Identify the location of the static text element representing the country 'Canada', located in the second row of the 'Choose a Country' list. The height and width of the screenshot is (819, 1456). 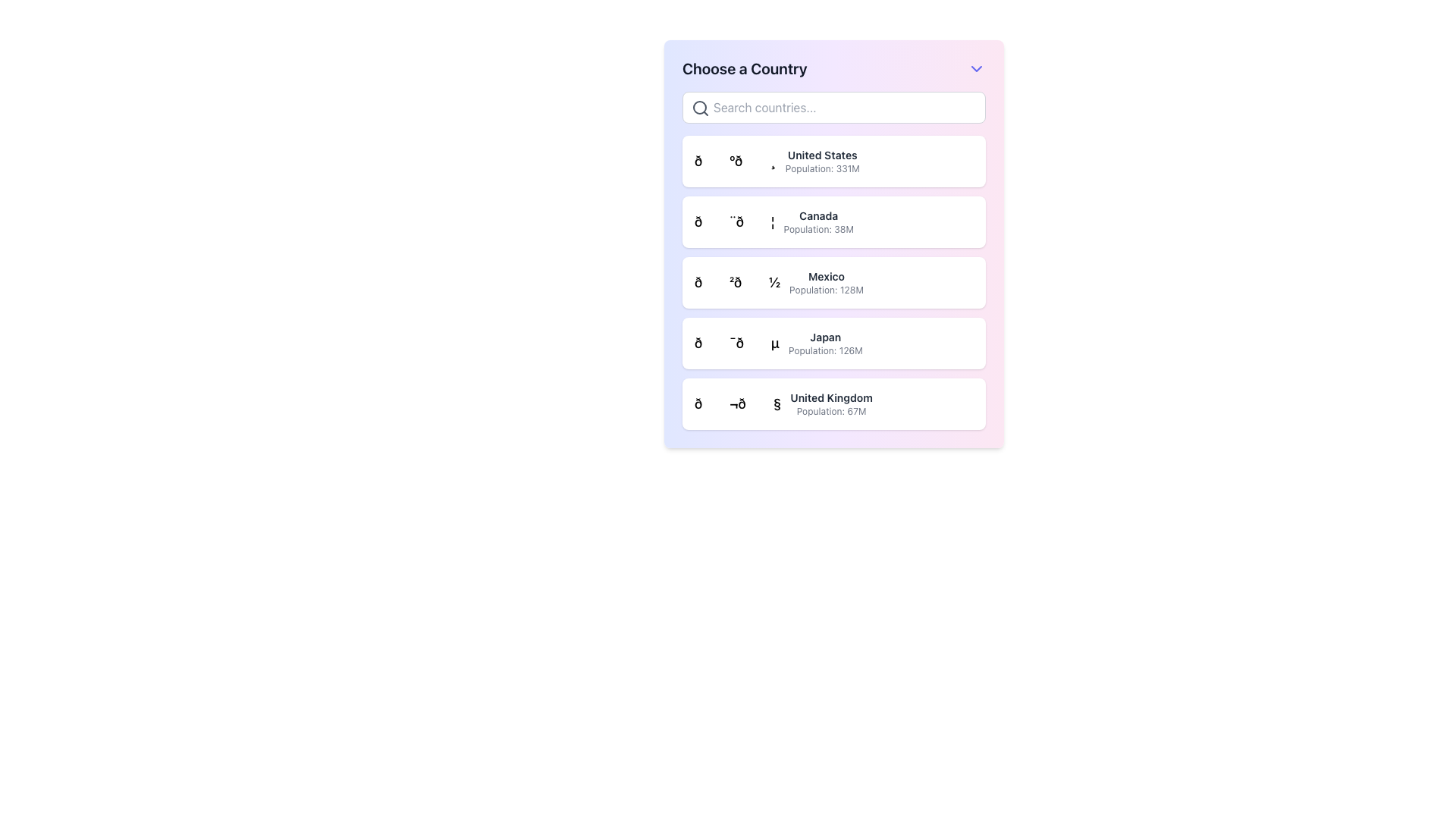
(817, 222).